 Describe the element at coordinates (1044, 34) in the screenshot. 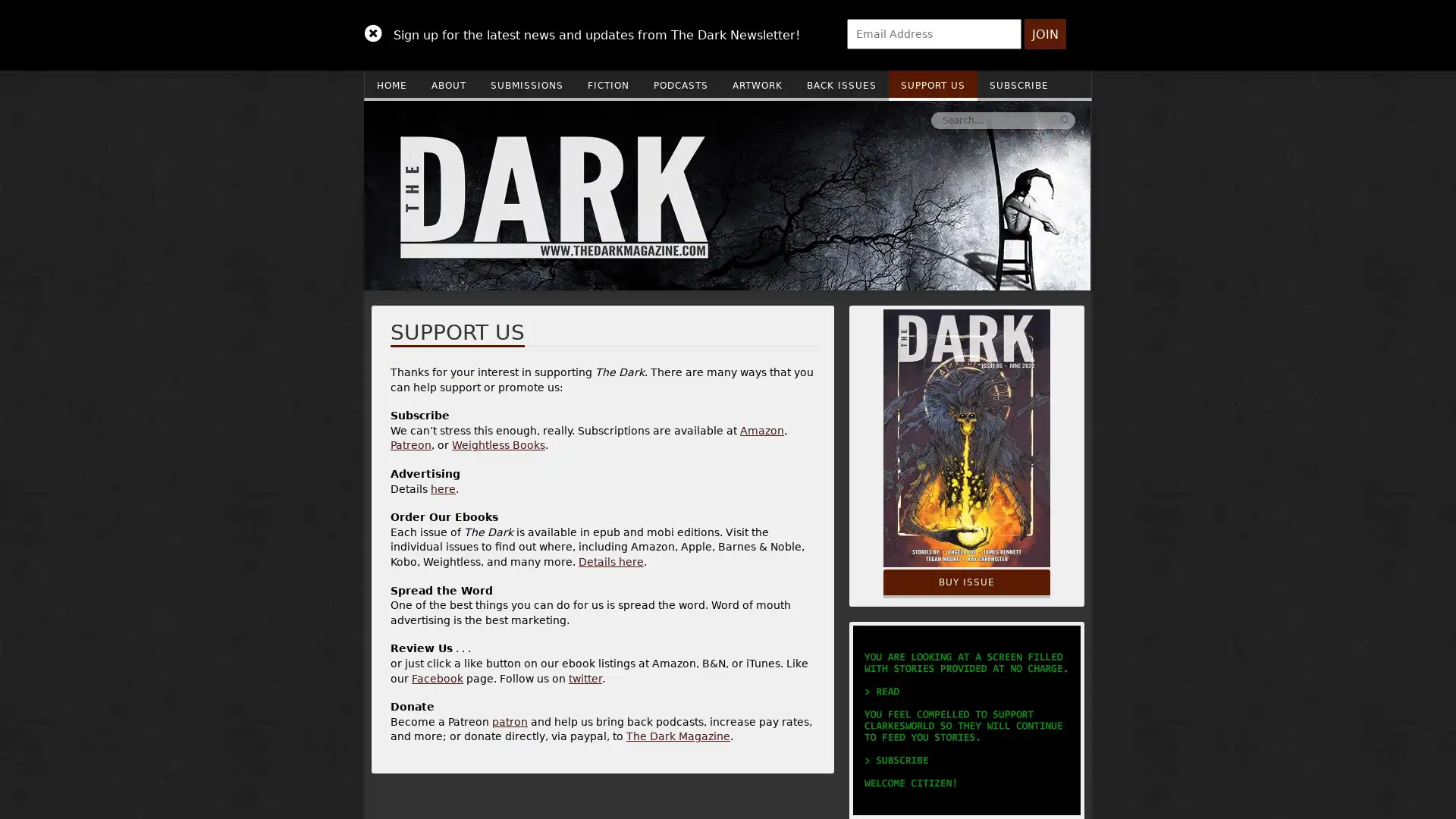

I see `Join` at that location.